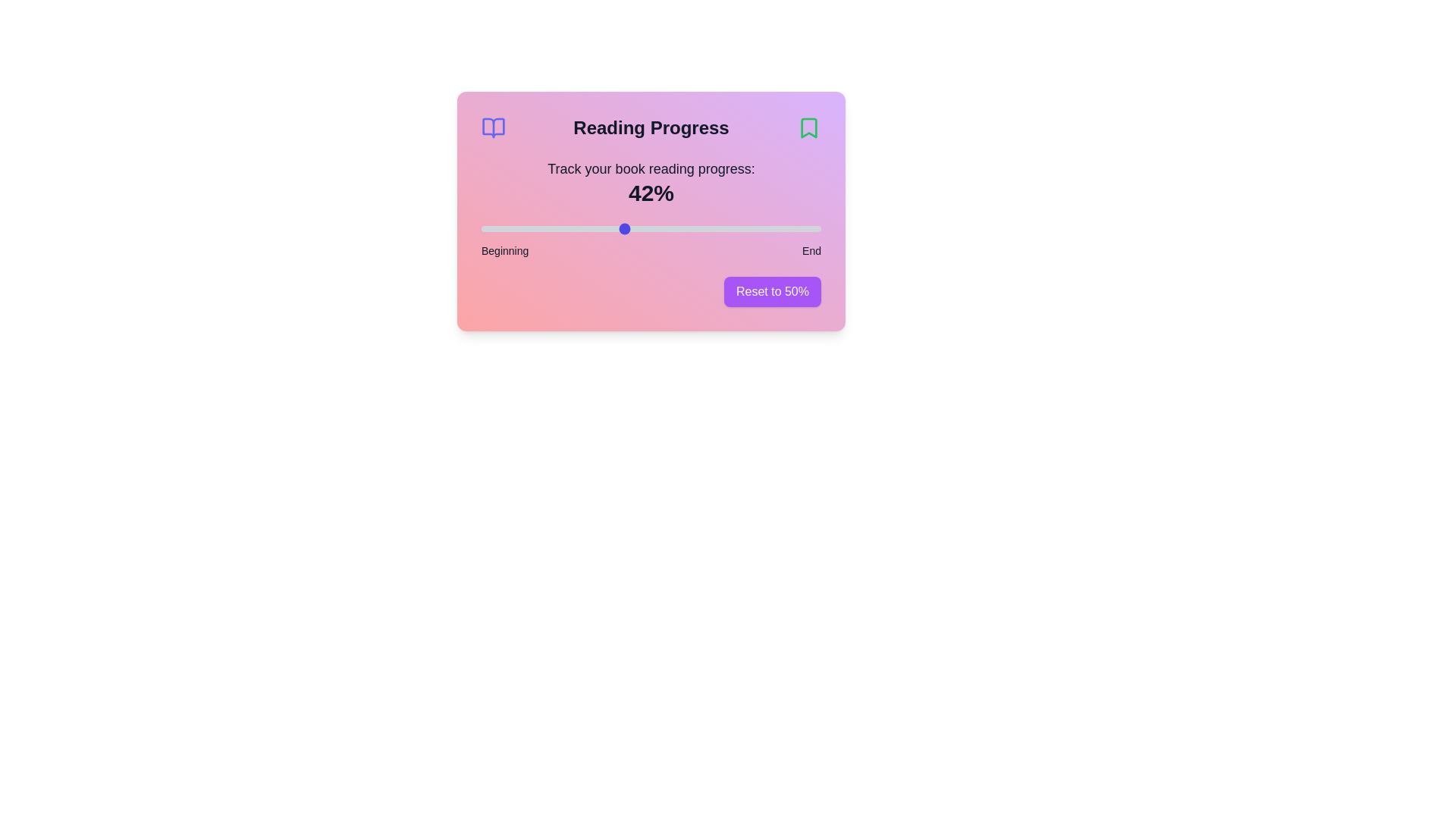 The width and height of the screenshot is (1456, 819). What do you see at coordinates (787, 228) in the screenshot?
I see `the reading progress slider to 90%` at bounding box center [787, 228].